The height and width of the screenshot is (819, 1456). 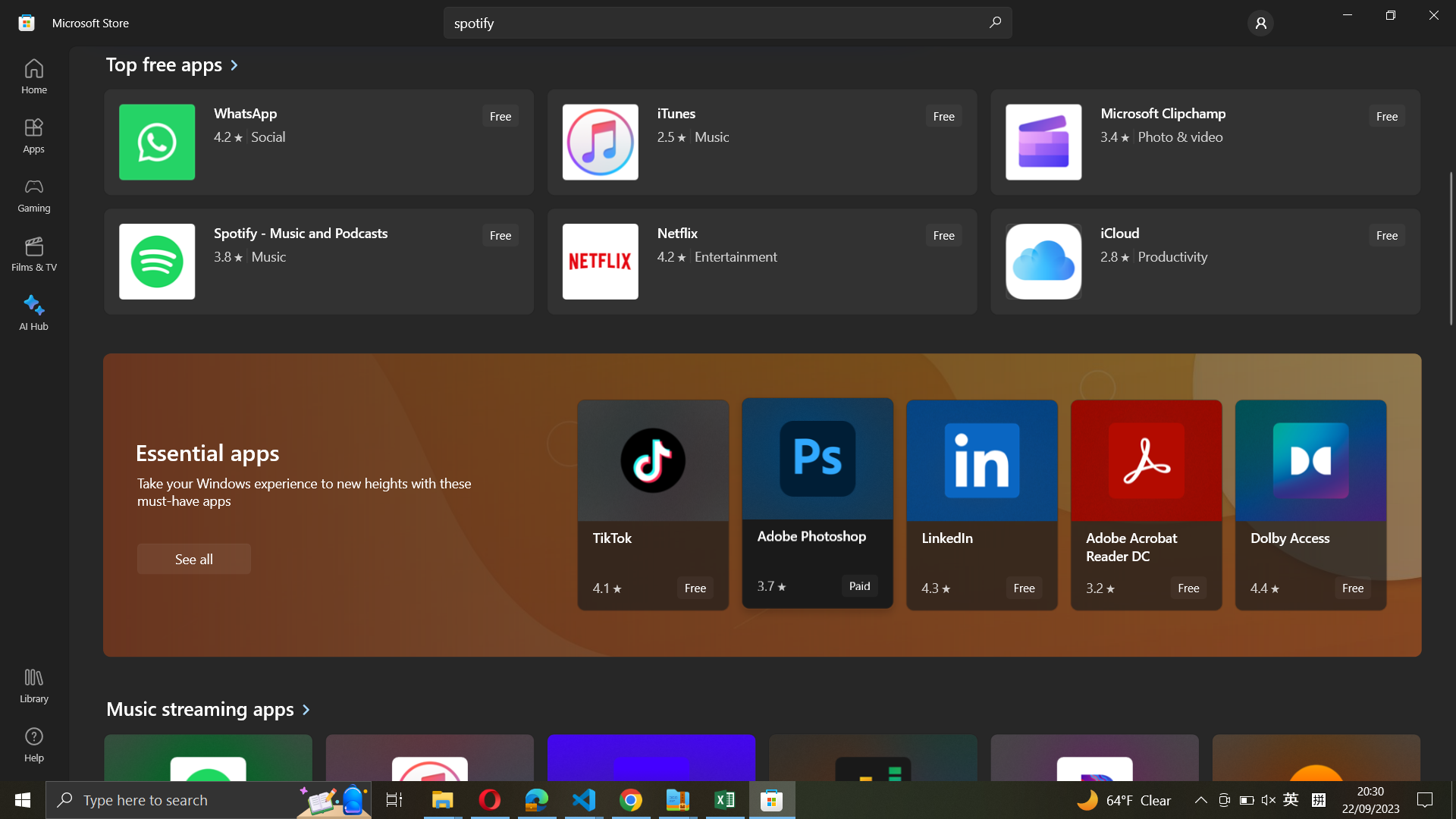 What do you see at coordinates (315, 259) in the screenshot?
I see `Spotify Application` at bounding box center [315, 259].